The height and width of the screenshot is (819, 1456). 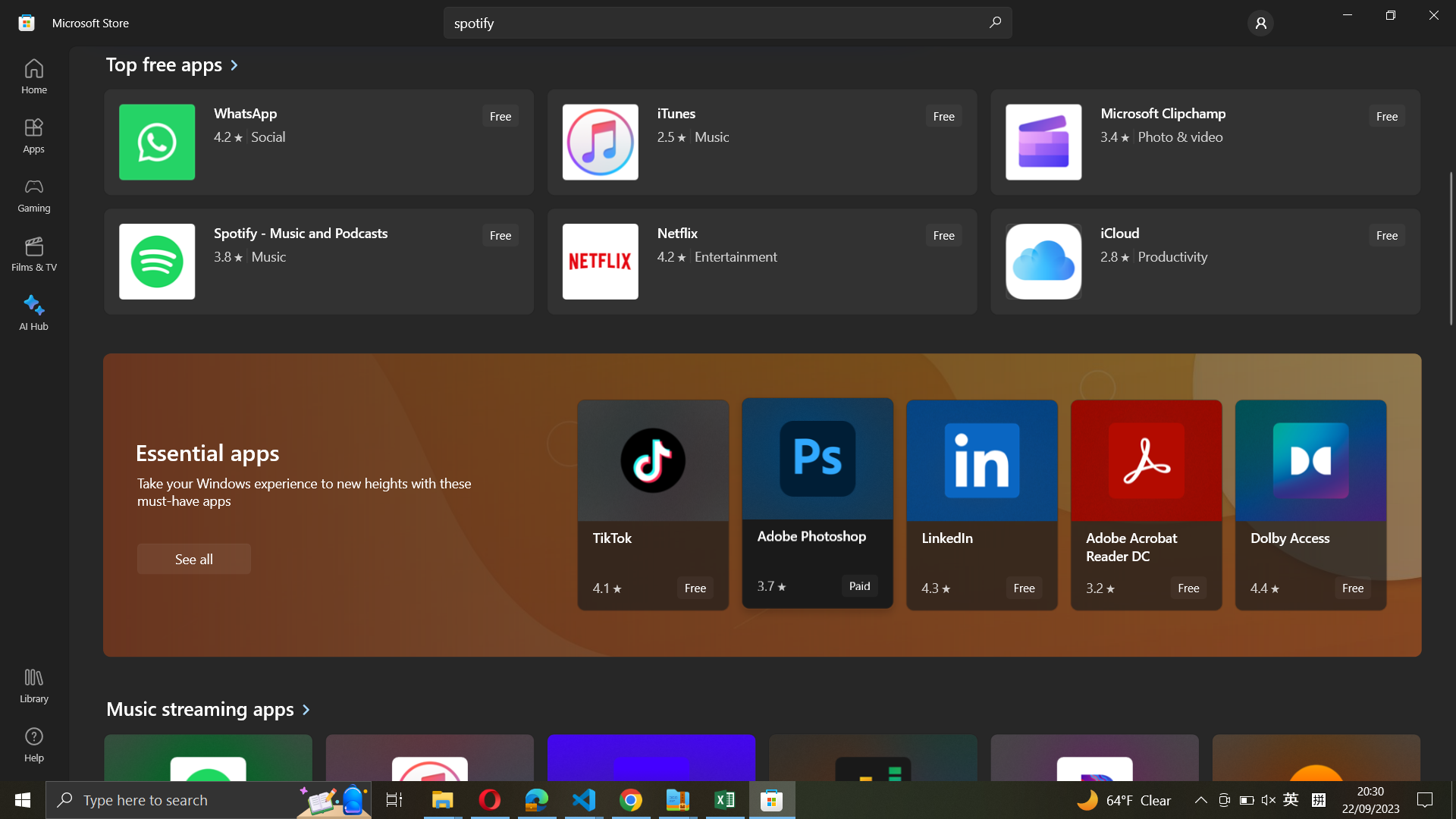 What do you see at coordinates (315, 259) in the screenshot?
I see `Spotify Application` at bounding box center [315, 259].